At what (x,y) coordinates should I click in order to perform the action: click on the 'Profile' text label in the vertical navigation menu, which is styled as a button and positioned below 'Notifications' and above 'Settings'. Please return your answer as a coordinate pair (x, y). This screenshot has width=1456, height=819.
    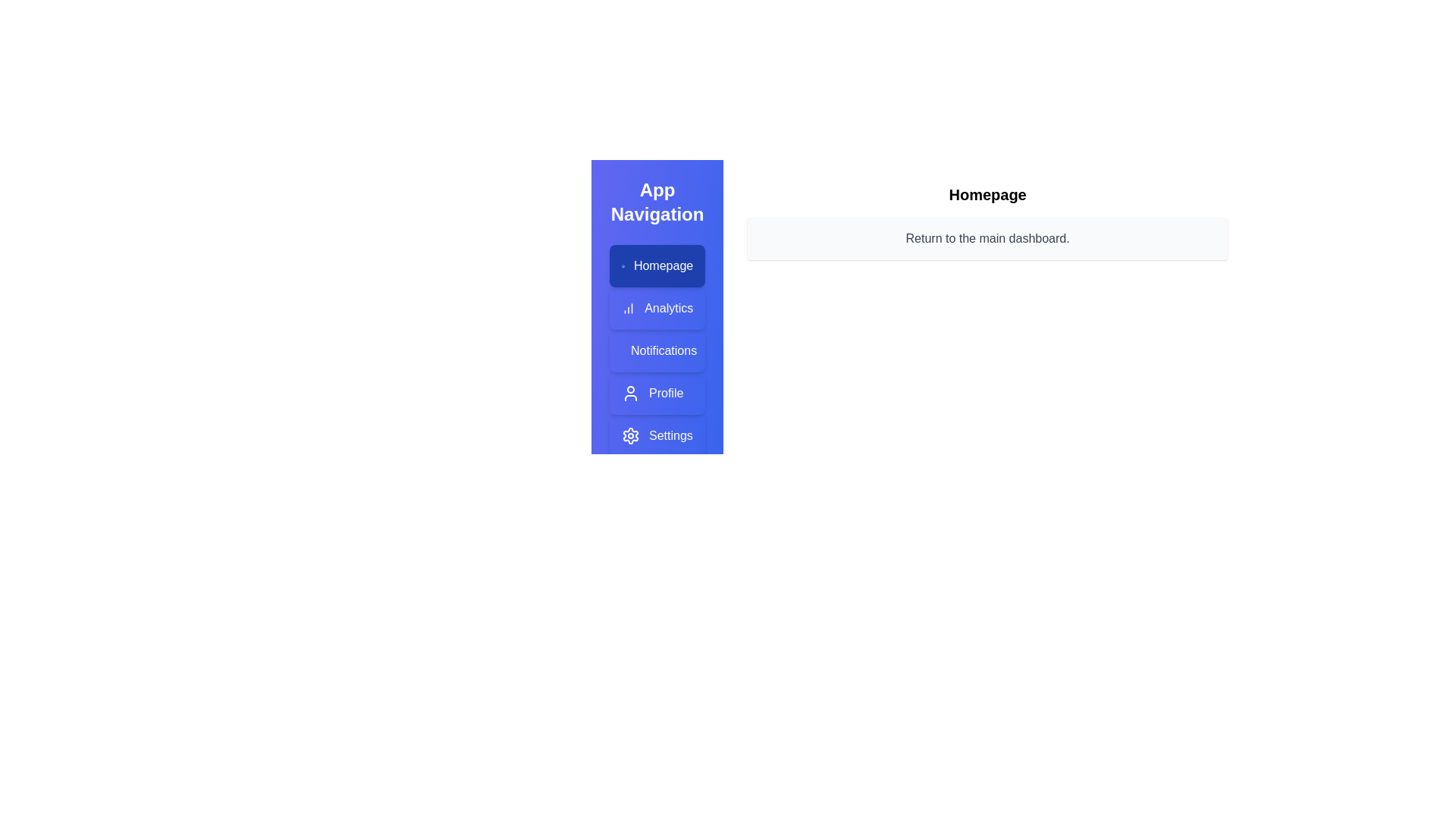
    Looking at the image, I should click on (666, 393).